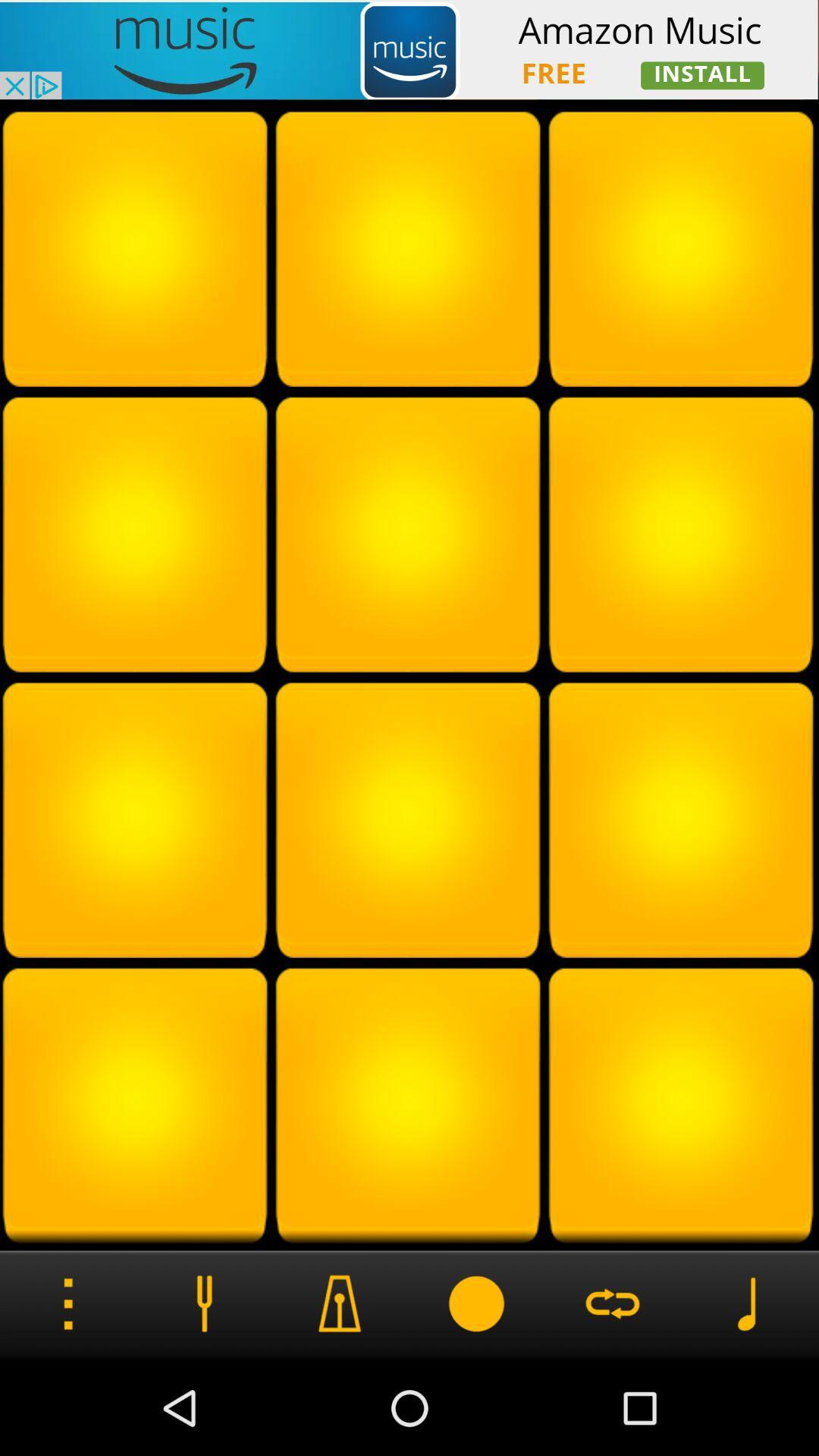 Image resolution: width=819 pixels, height=1456 pixels. Describe the element at coordinates (409, 49) in the screenshot. I see `advertisement` at that location.